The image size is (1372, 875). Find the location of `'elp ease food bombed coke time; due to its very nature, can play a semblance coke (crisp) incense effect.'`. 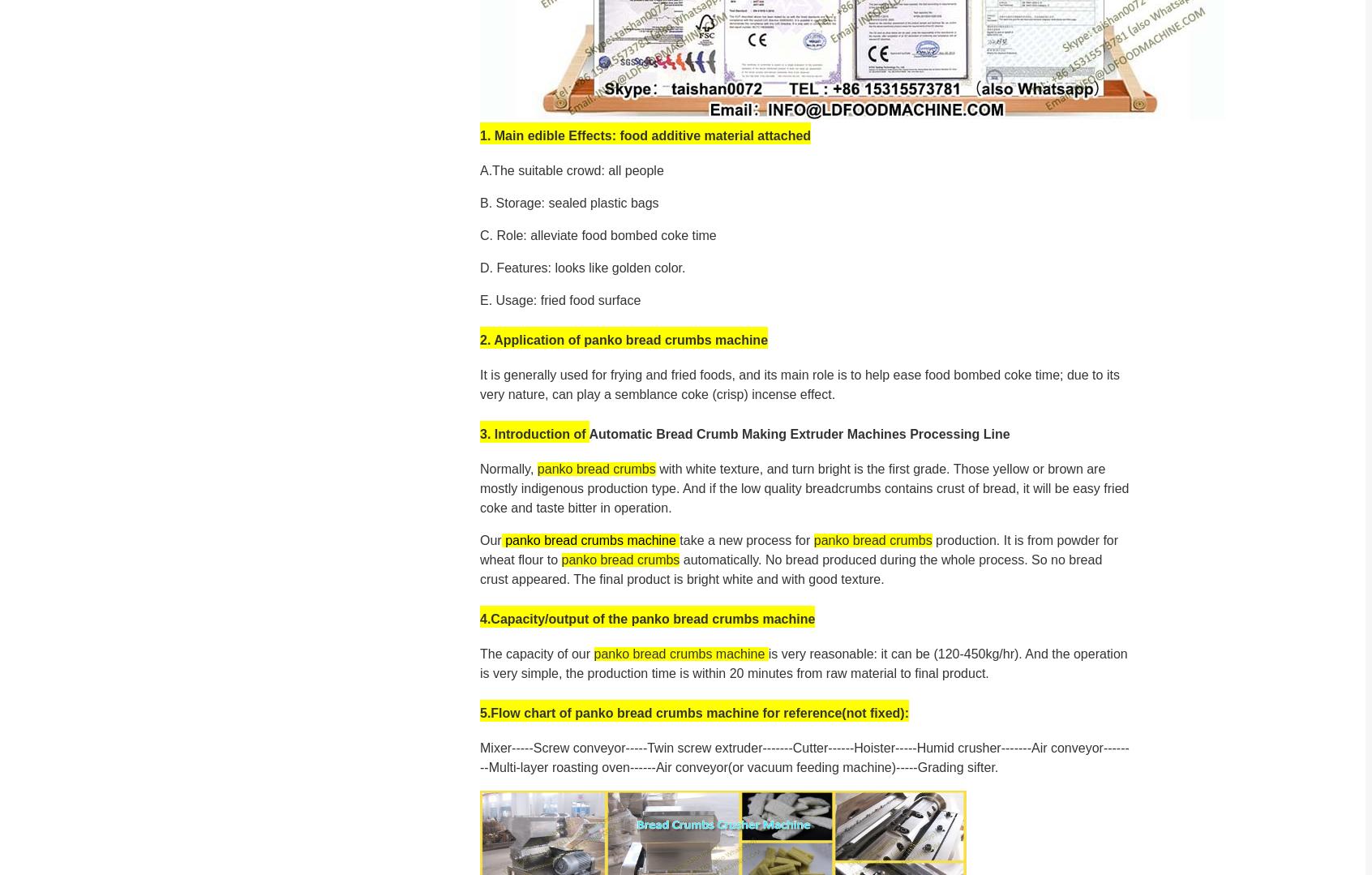

'elp ease food bombed coke time; due to its very nature, can play a semblance coke (crisp) incense effect.' is located at coordinates (799, 383).